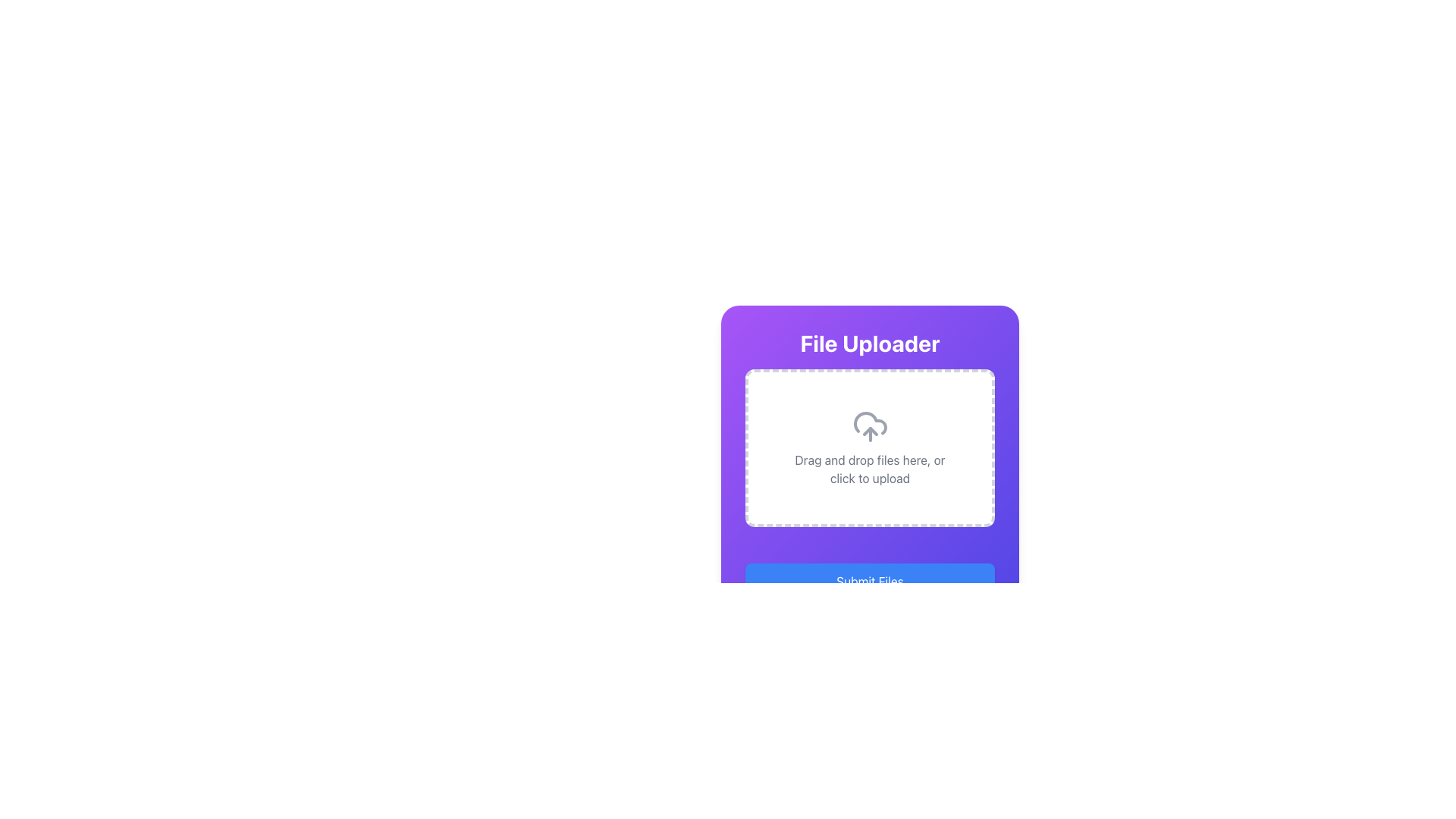 The height and width of the screenshot is (819, 1456). I want to click on a file into the dashed area of the modal window for file upload, which has a gradient background and the text 'Drag and drop files here, or click, so click(870, 435).